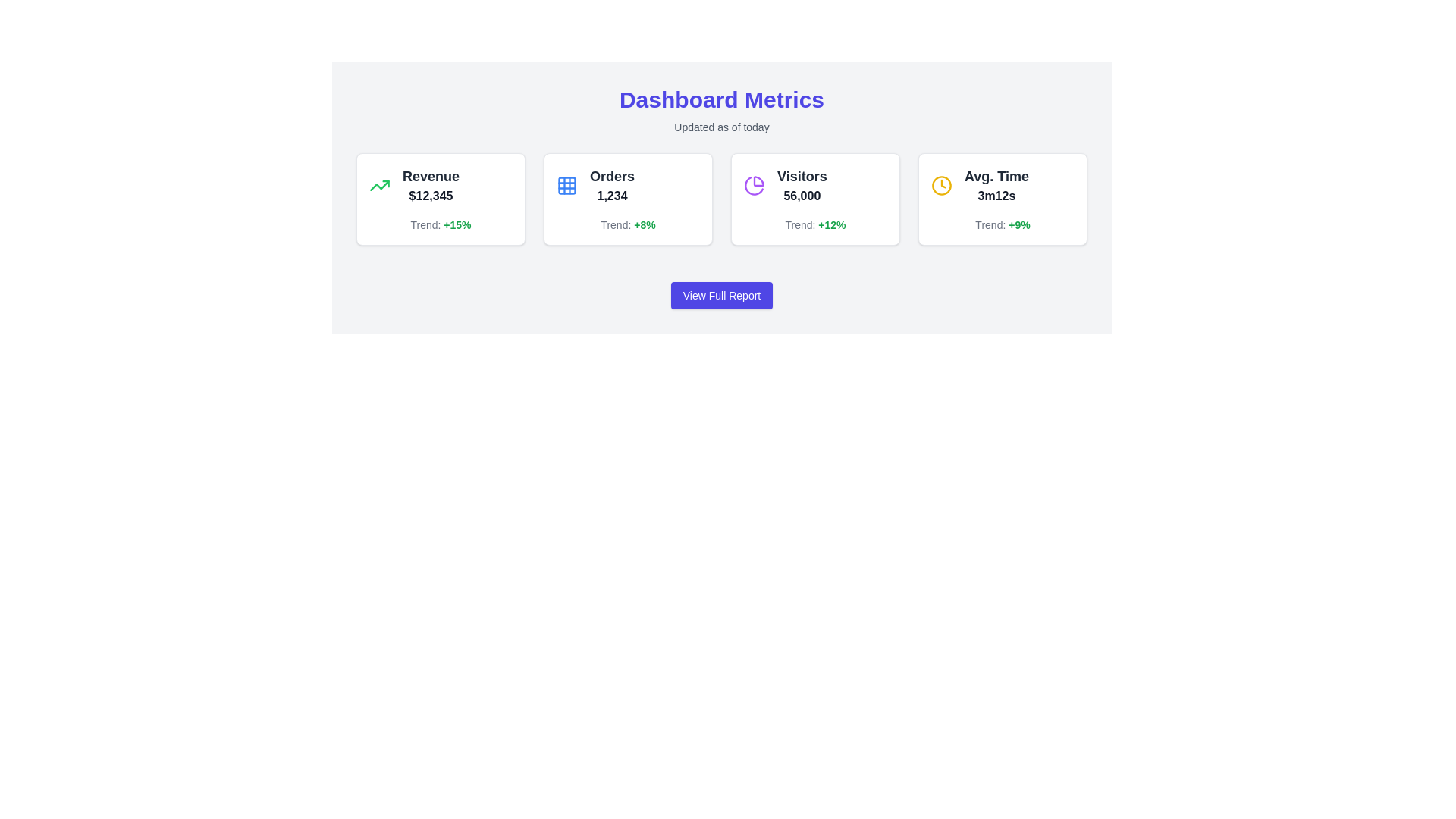  I want to click on the text element displaying '+8%' in bold green font, indicating a positive trend, located in the 'Orders' card component, aligned with 'Revenue', 'Visitors', and 'Avg. Time', so click(645, 225).